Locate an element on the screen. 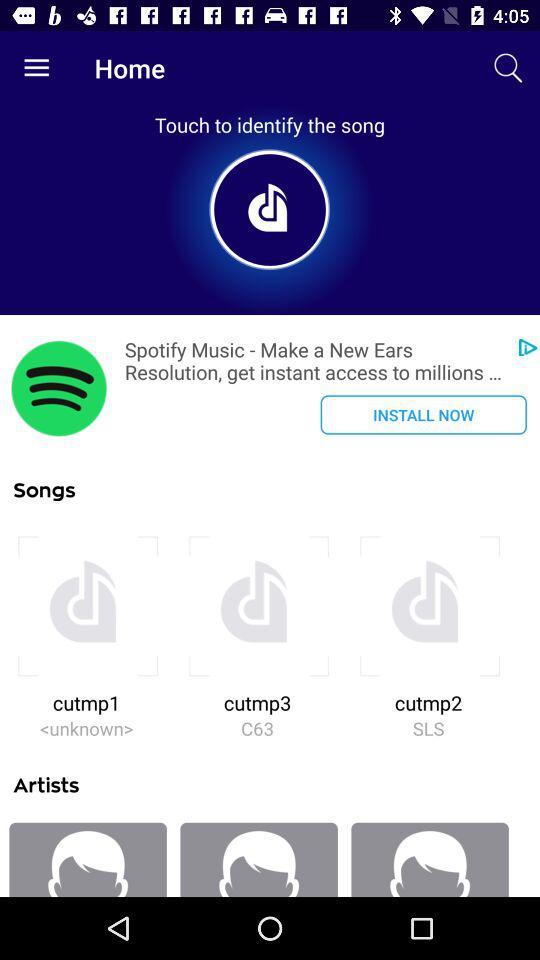 The height and width of the screenshot is (960, 540). icon next to home is located at coordinates (508, 68).